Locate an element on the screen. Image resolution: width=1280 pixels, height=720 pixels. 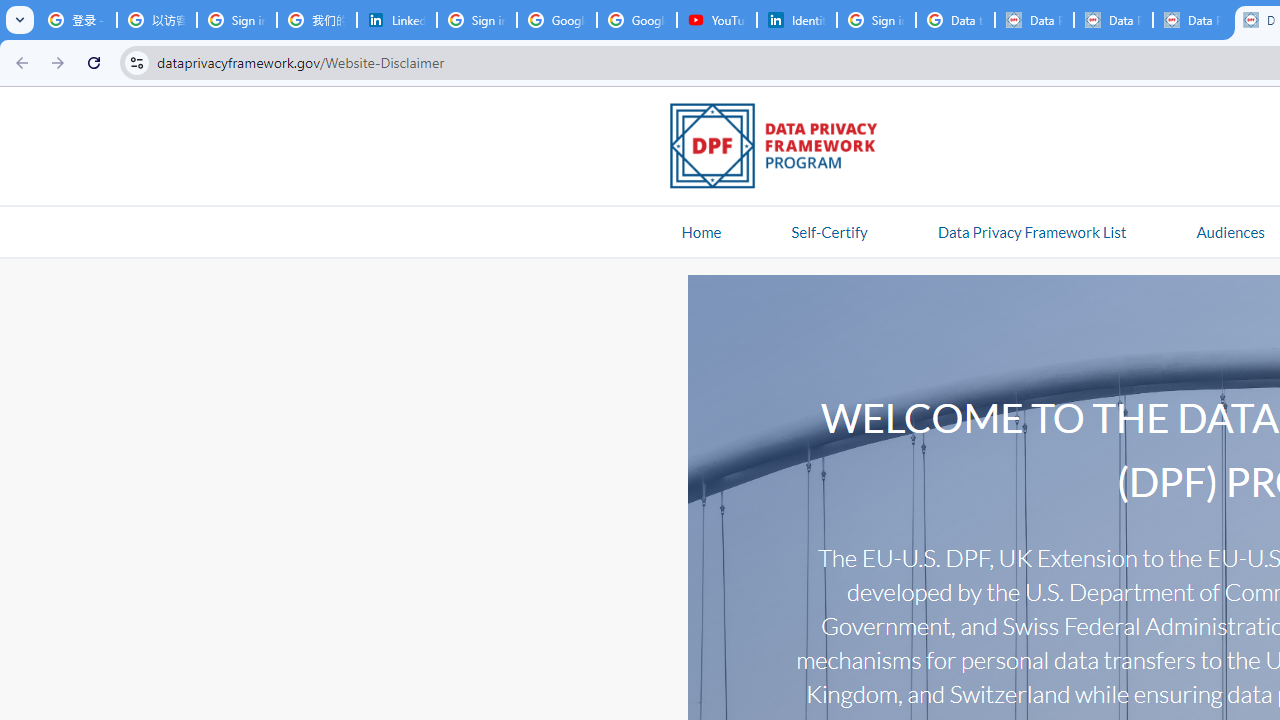
'LinkedIn Privacy Policy' is located at coordinates (396, 20).